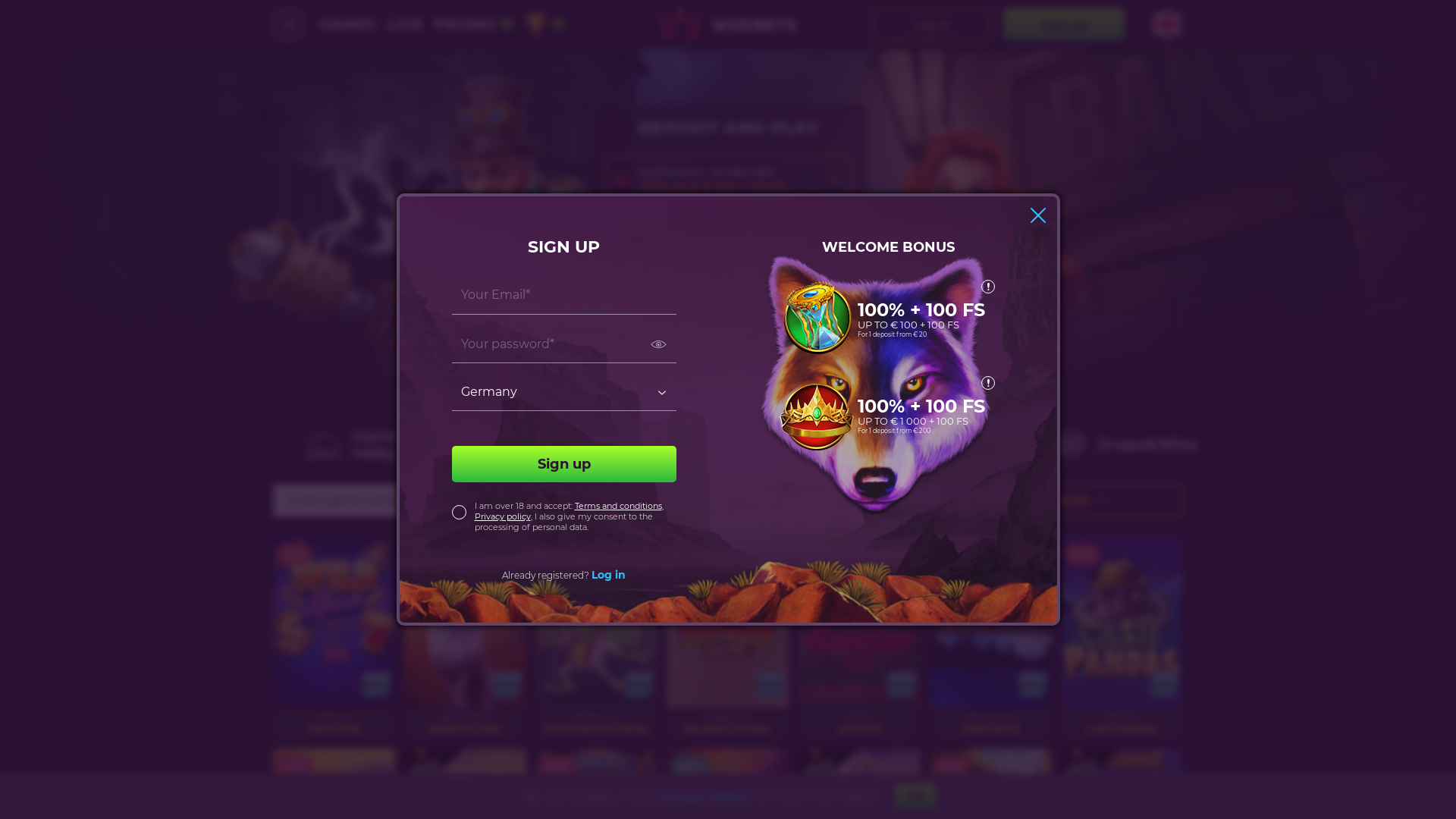 This screenshot has width=1456, height=819. What do you see at coordinates (603, 274) in the screenshot?
I see `'Deposit'` at bounding box center [603, 274].